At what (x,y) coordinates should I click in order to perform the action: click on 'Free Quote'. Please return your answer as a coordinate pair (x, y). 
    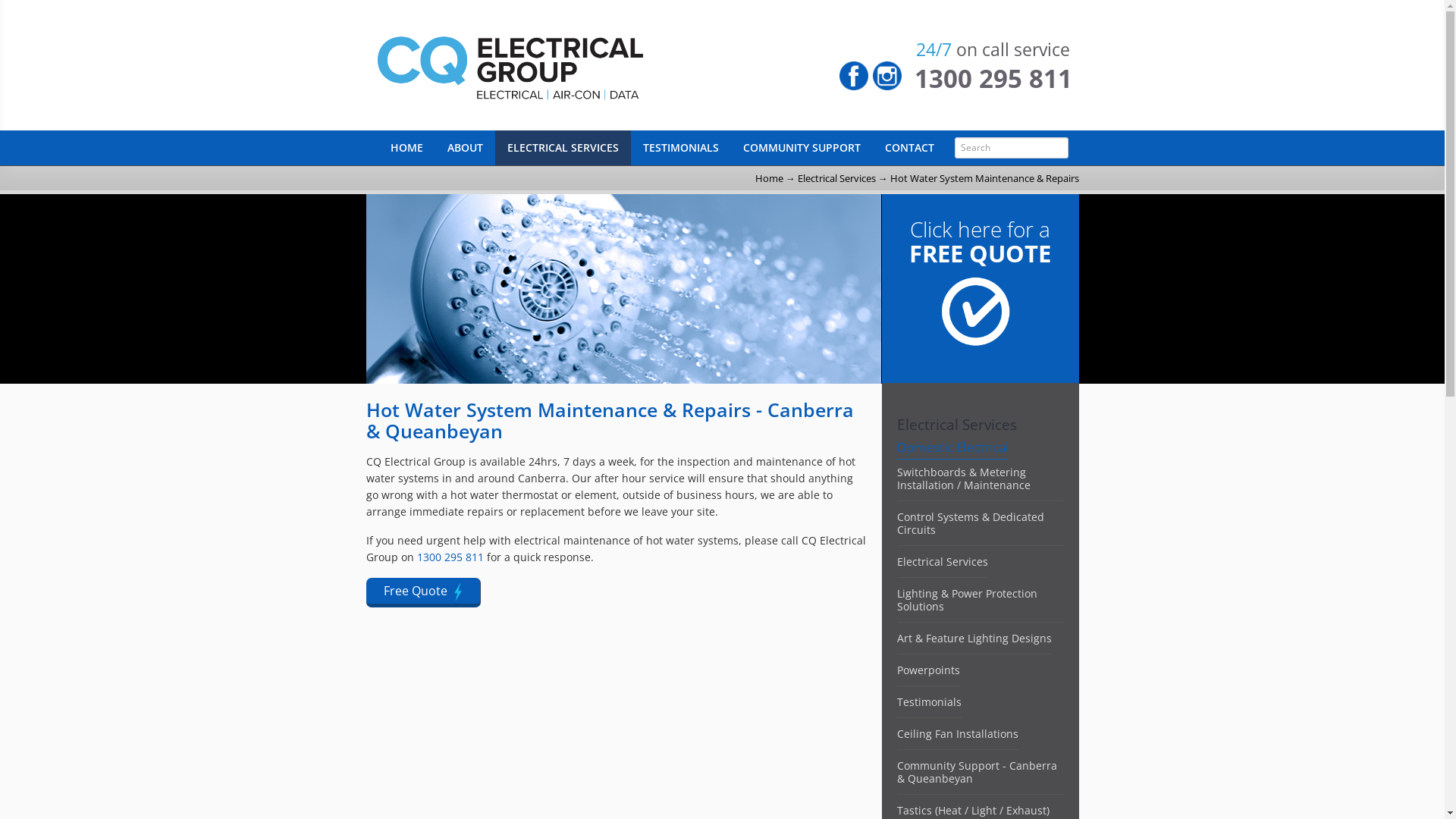
    Looking at the image, I should click on (422, 591).